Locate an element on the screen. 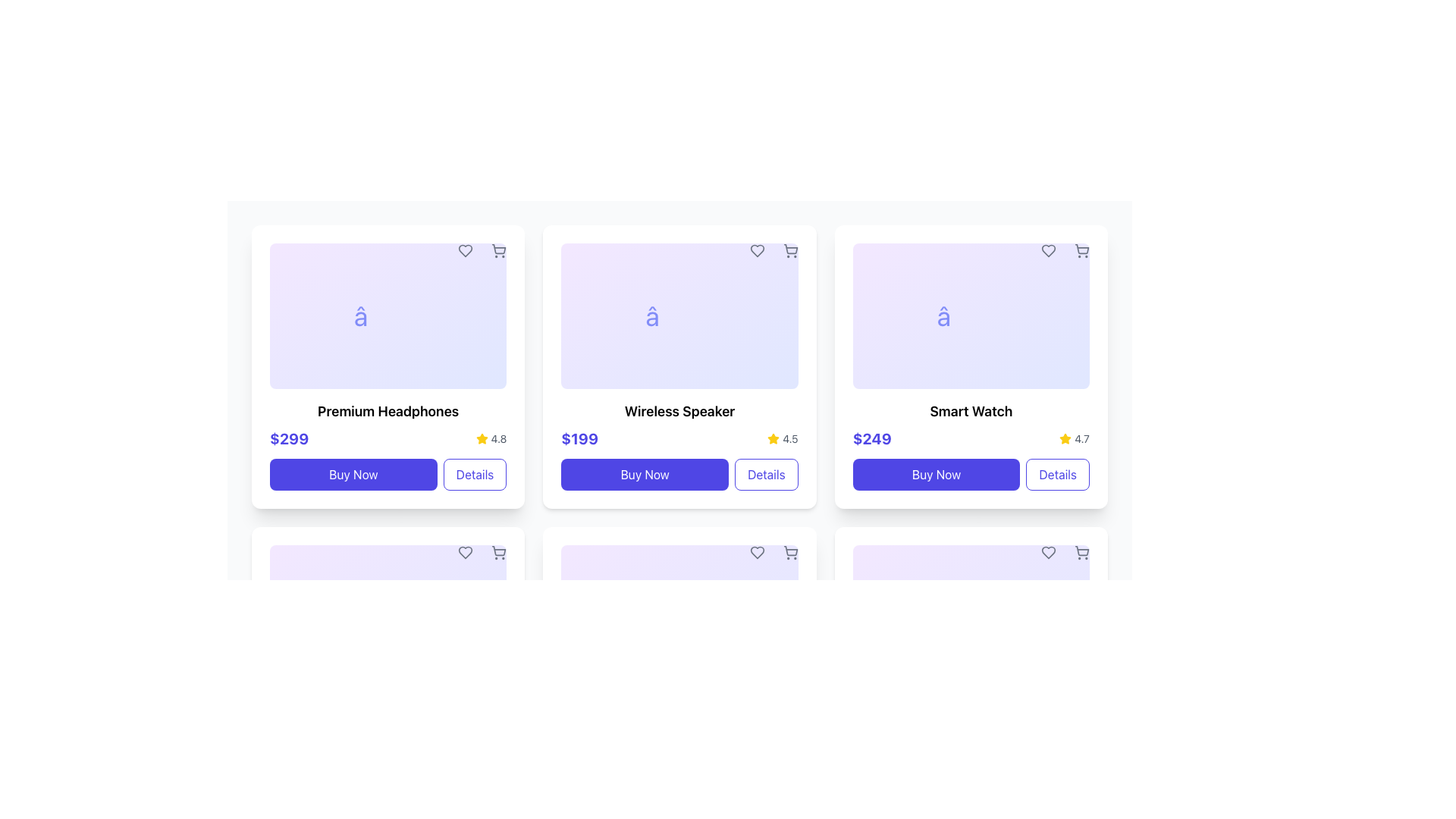 The image size is (1456, 819). the heart icon in the top-right corner of the 'Smart Watch' product card, which serves as a favorite or 'like' button is located at coordinates (1047, 553).